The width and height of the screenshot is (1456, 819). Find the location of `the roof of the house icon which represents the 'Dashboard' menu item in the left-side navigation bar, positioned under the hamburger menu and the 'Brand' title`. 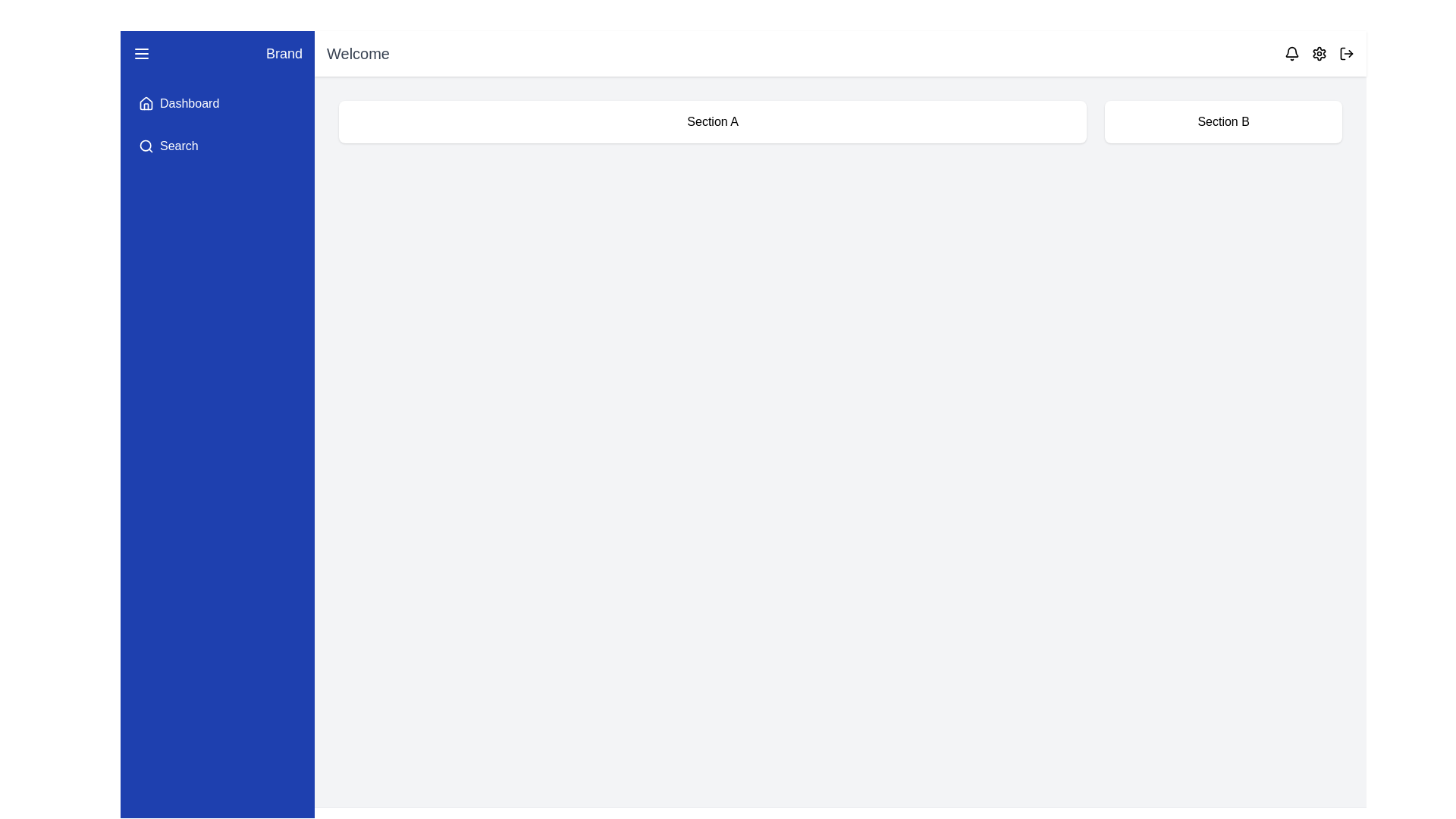

the roof of the house icon which represents the 'Dashboard' menu item in the left-side navigation bar, positioned under the hamburger menu and the 'Brand' title is located at coordinates (146, 102).